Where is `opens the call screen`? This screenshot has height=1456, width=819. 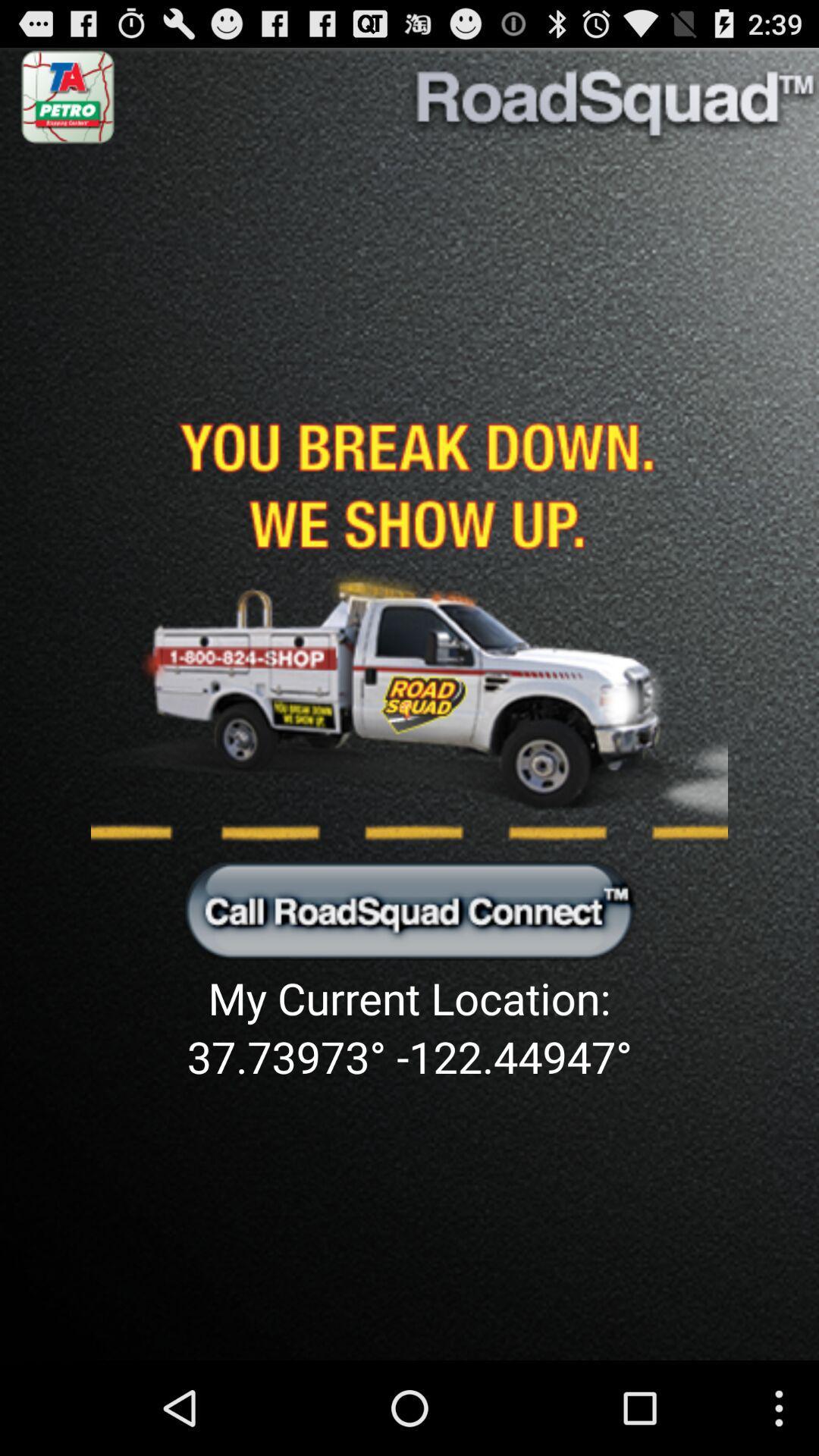
opens the call screen is located at coordinates (409, 909).